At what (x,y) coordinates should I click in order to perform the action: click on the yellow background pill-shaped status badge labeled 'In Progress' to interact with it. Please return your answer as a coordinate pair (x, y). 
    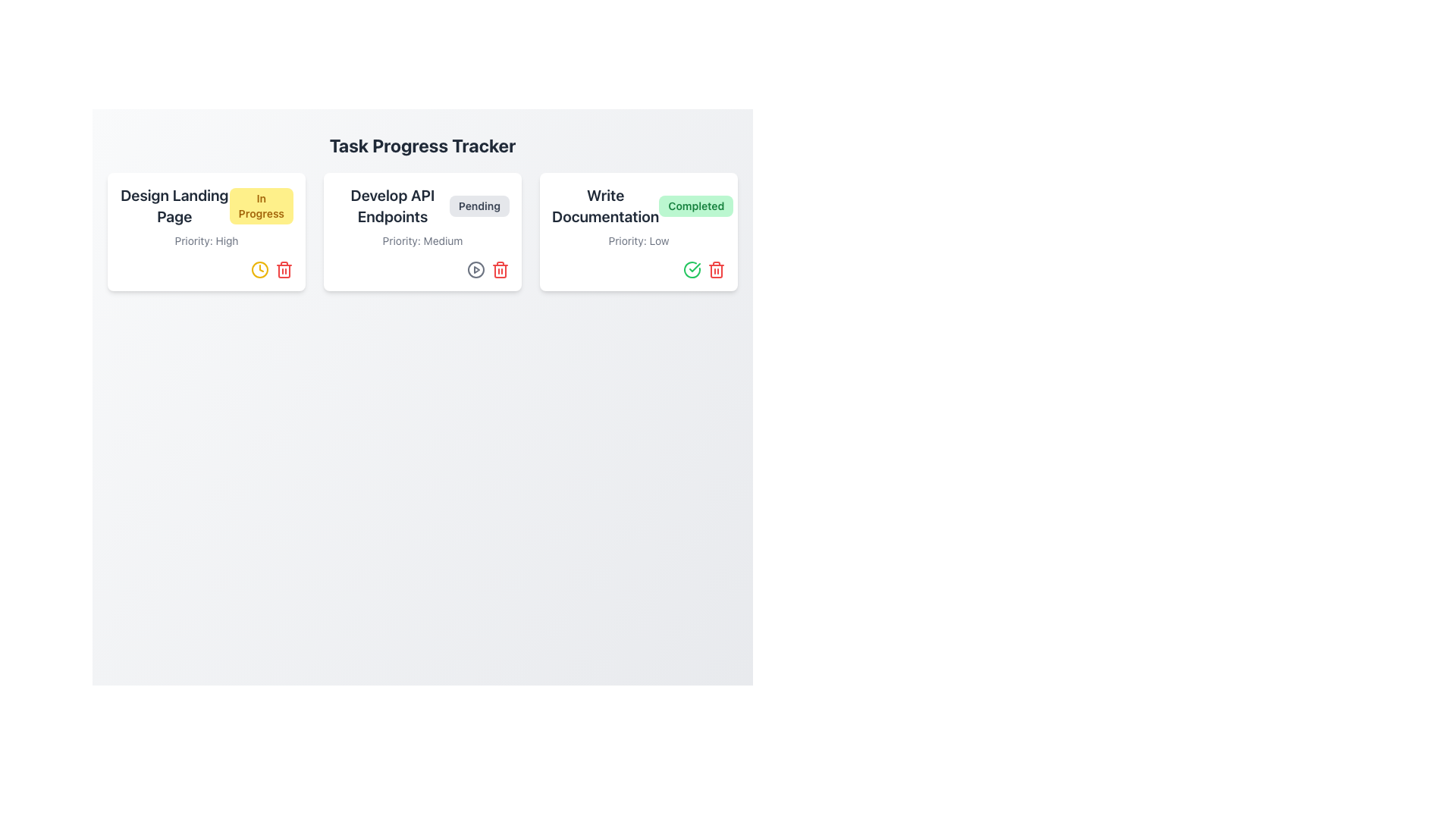
    Looking at the image, I should click on (206, 206).